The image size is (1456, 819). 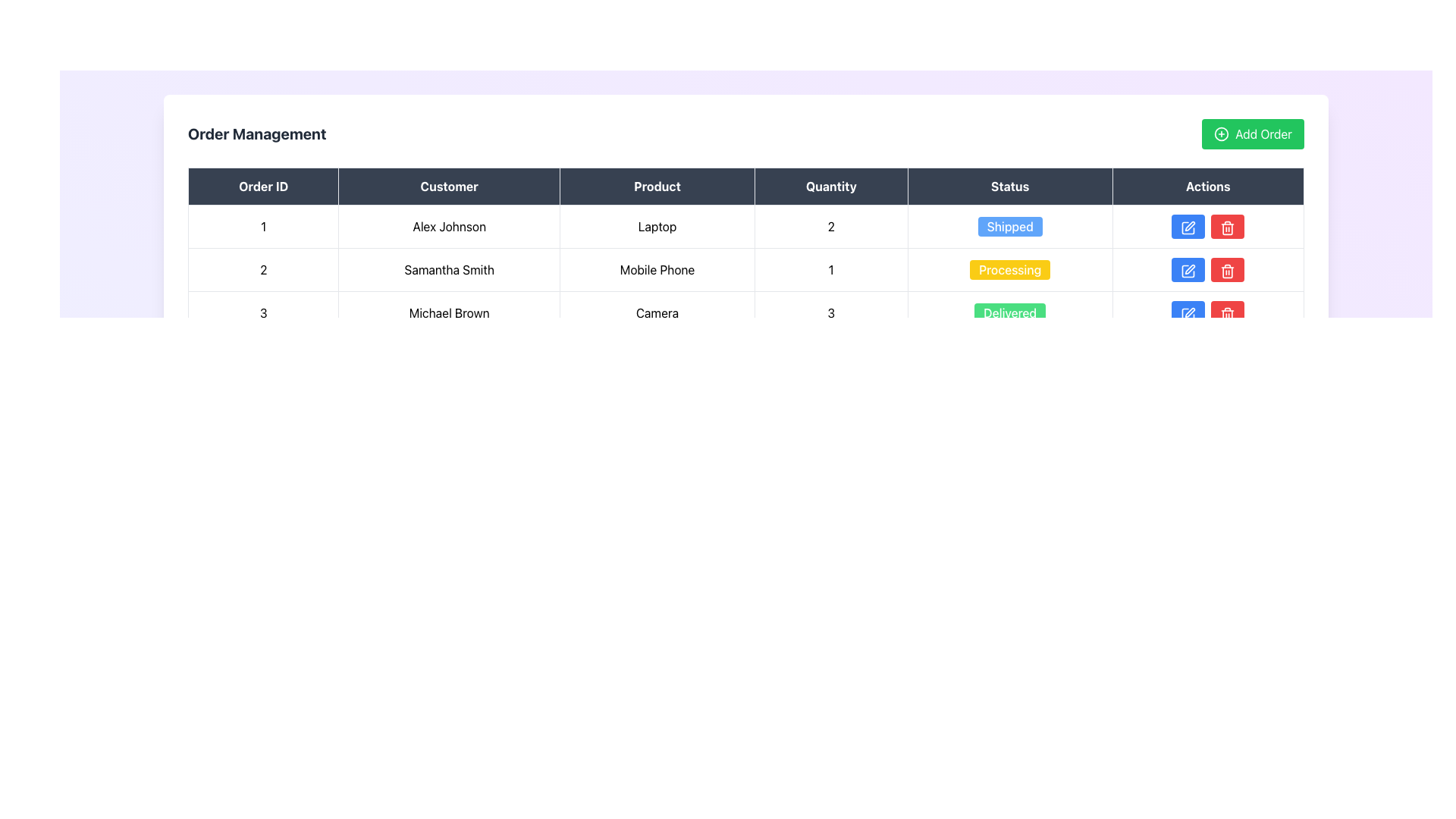 What do you see at coordinates (263, 268) in the screenshot?
I see `on the table cell containing the identifier '2' in the second row and first column` at bounding box center [263, 268].